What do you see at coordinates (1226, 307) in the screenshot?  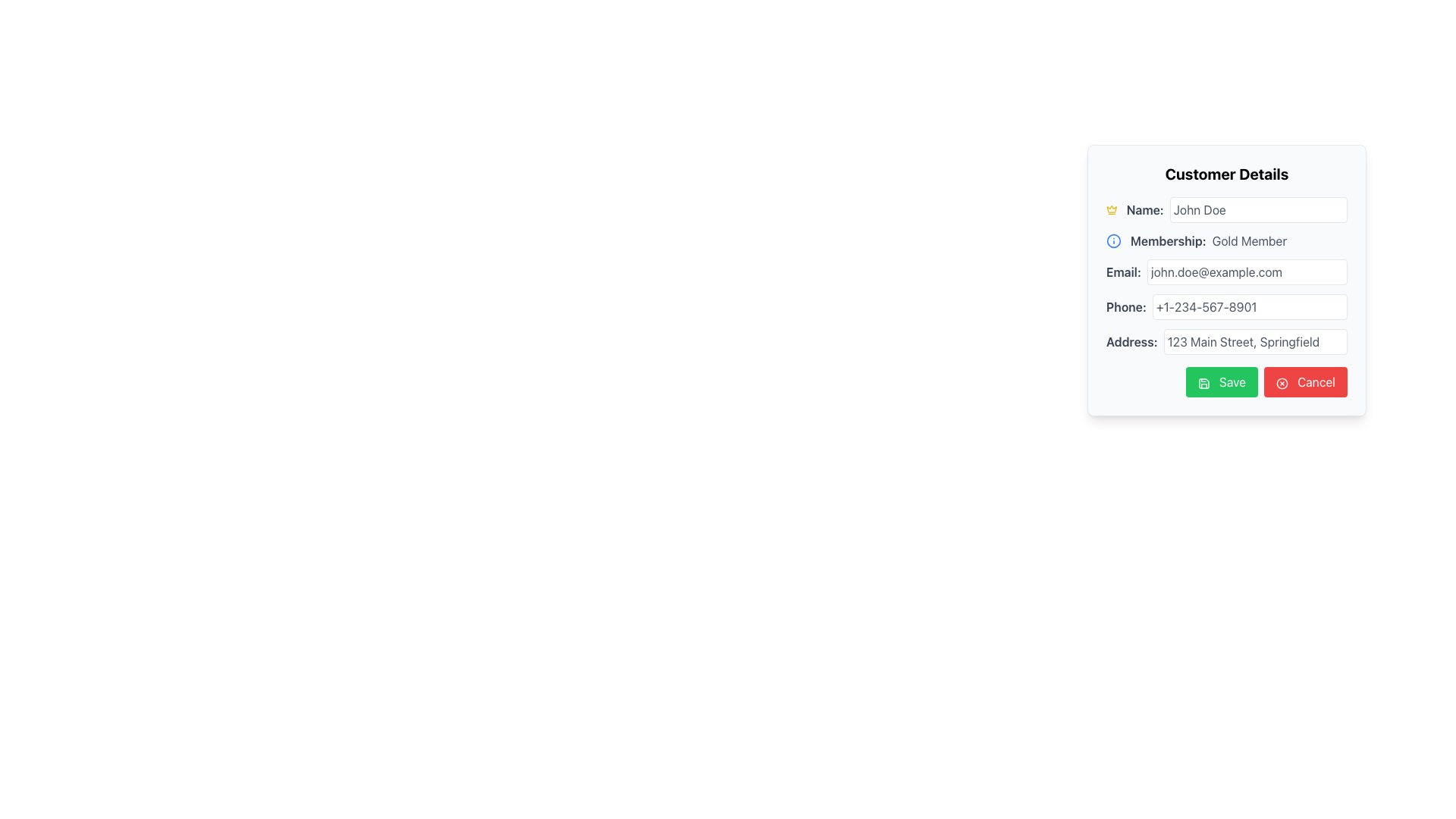 I see `the phone number input field located in the 'Customer Details' section, which is the fourth entry in the vertical list` at bounding box center [1226, 307].